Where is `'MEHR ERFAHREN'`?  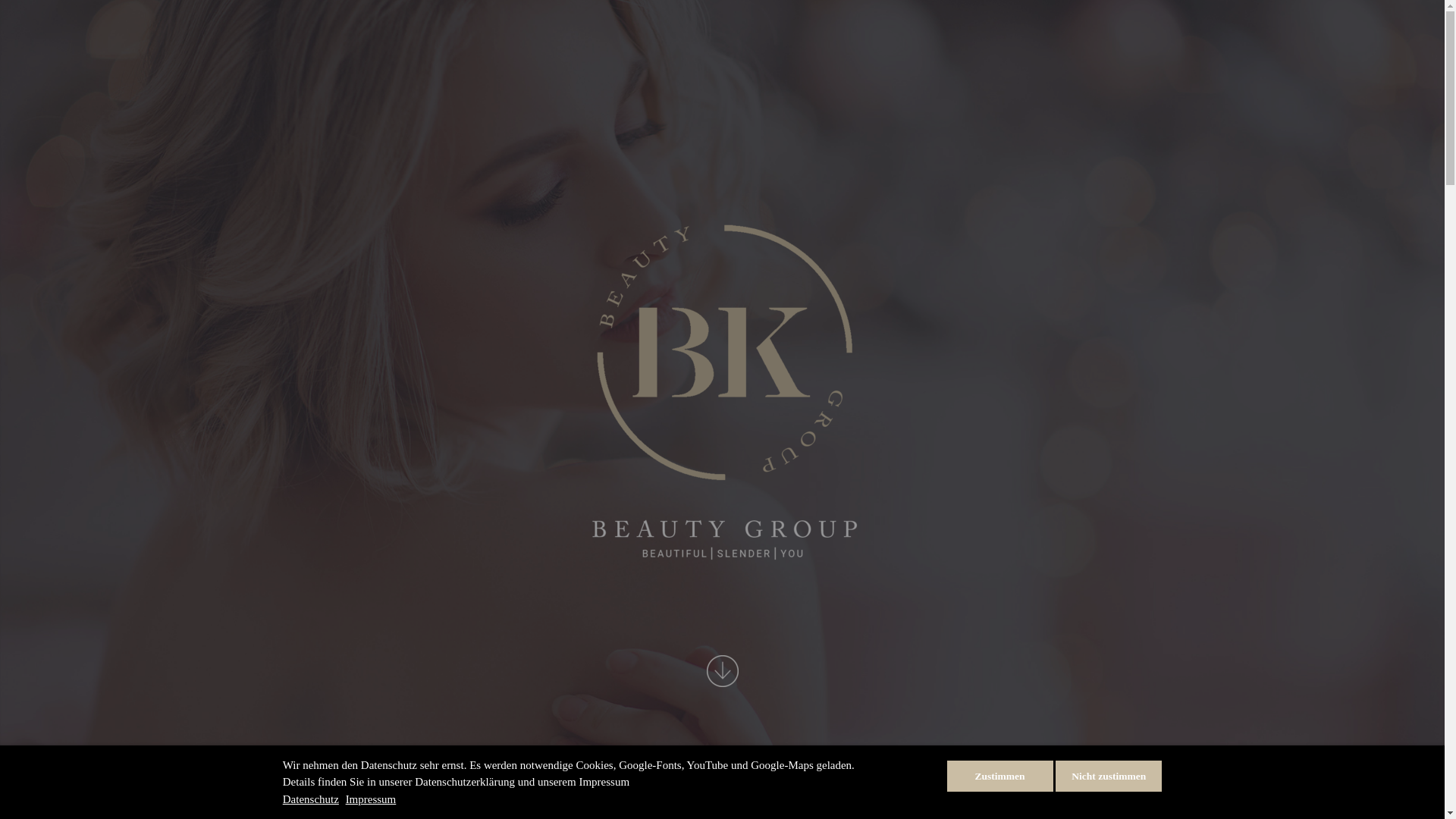
'MEHR ERFAHREN' is located at coordinates (1081, 585).